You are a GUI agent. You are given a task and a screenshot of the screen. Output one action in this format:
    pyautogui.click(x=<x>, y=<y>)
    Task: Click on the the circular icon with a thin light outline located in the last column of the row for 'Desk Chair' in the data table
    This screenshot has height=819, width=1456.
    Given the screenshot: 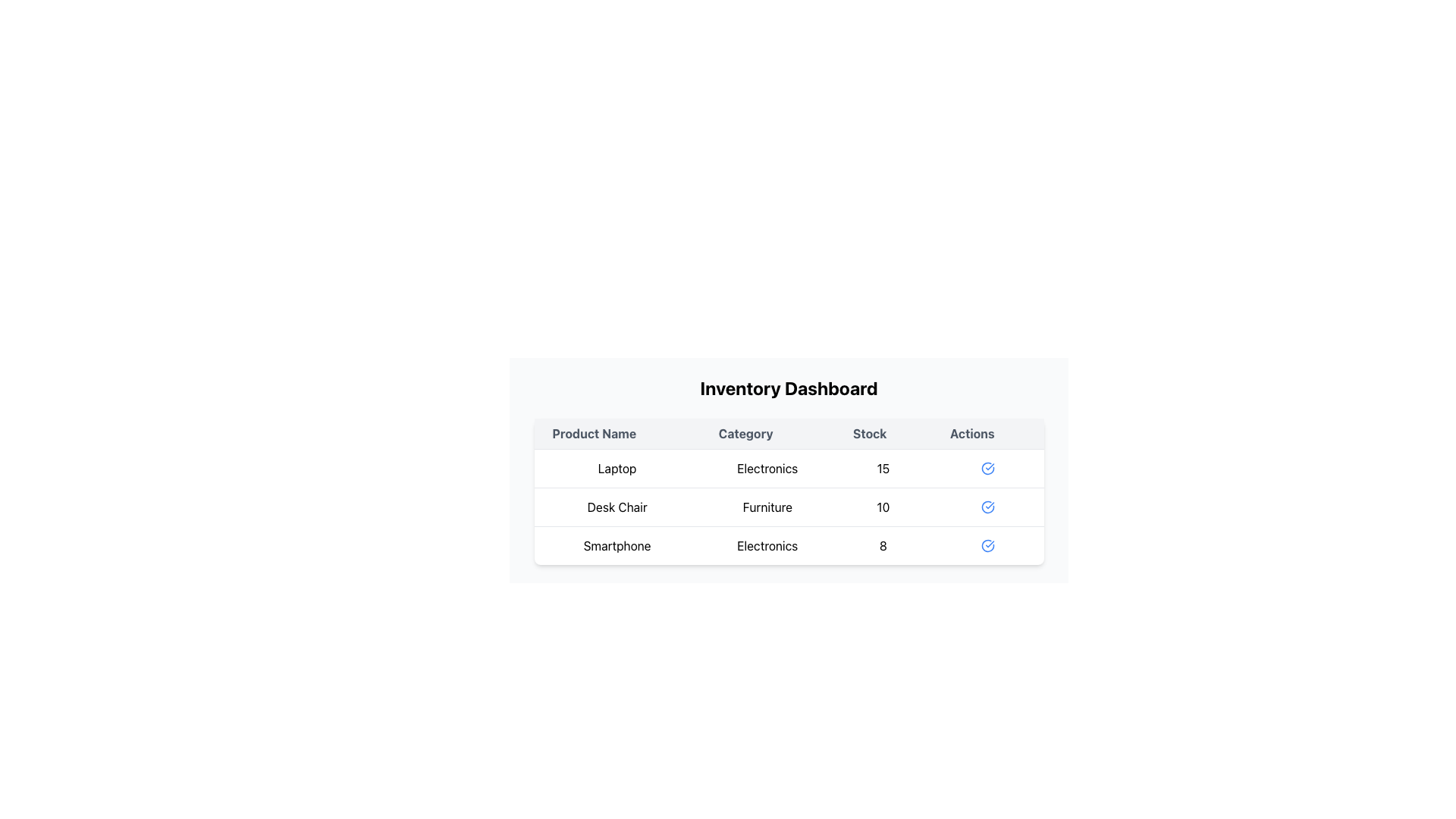 What is the action you would take?
    pyautogui.click(x=987, y=507)
    